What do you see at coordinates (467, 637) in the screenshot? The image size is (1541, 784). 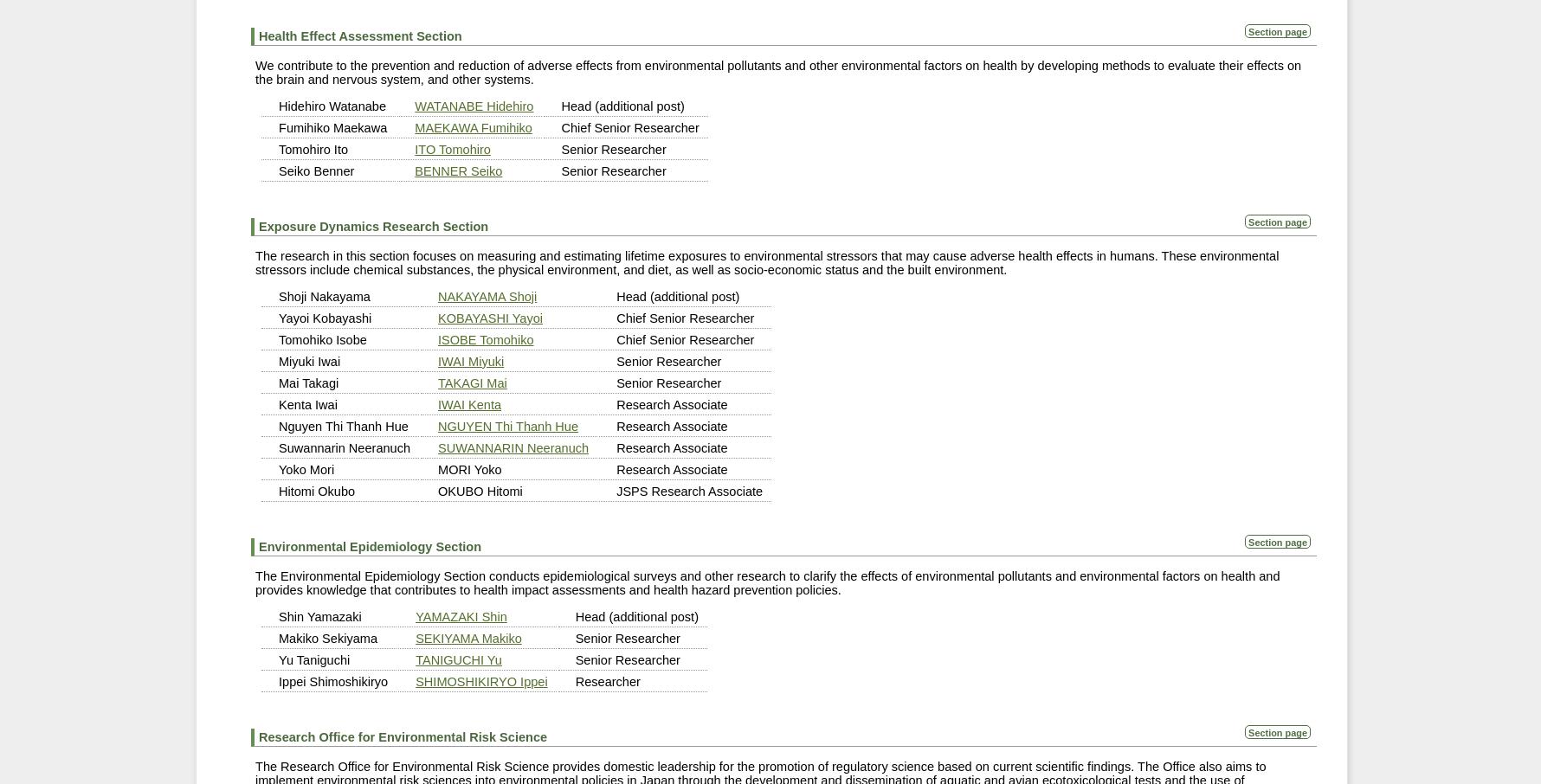 I see `'SEKIYAMA Makiko'` at bounding box center [467, 637].